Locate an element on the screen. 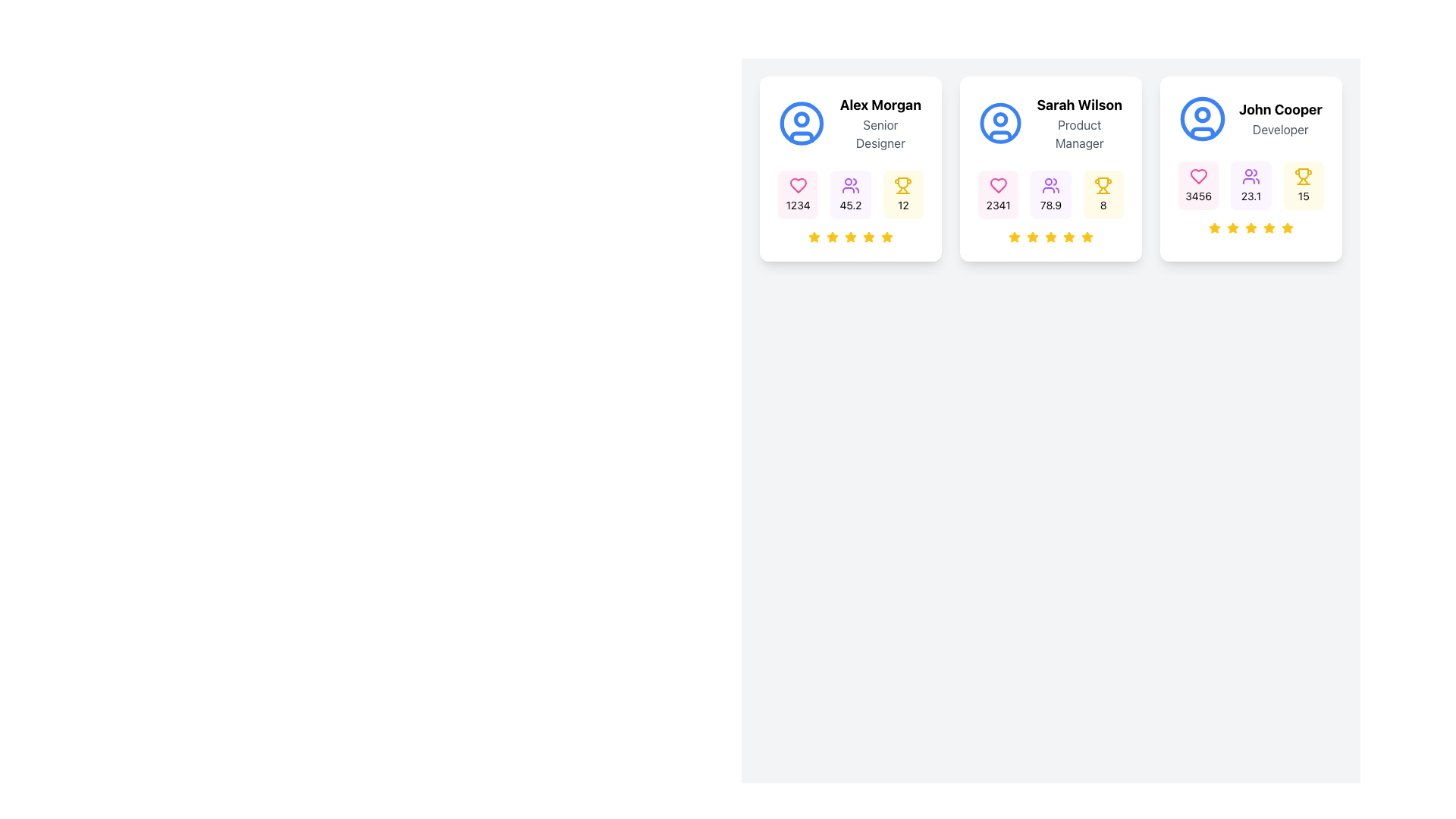  properties of the blue bottom arc within the circular icon located at the top-left corner of the first profile card is located at coordinates (801, 136).